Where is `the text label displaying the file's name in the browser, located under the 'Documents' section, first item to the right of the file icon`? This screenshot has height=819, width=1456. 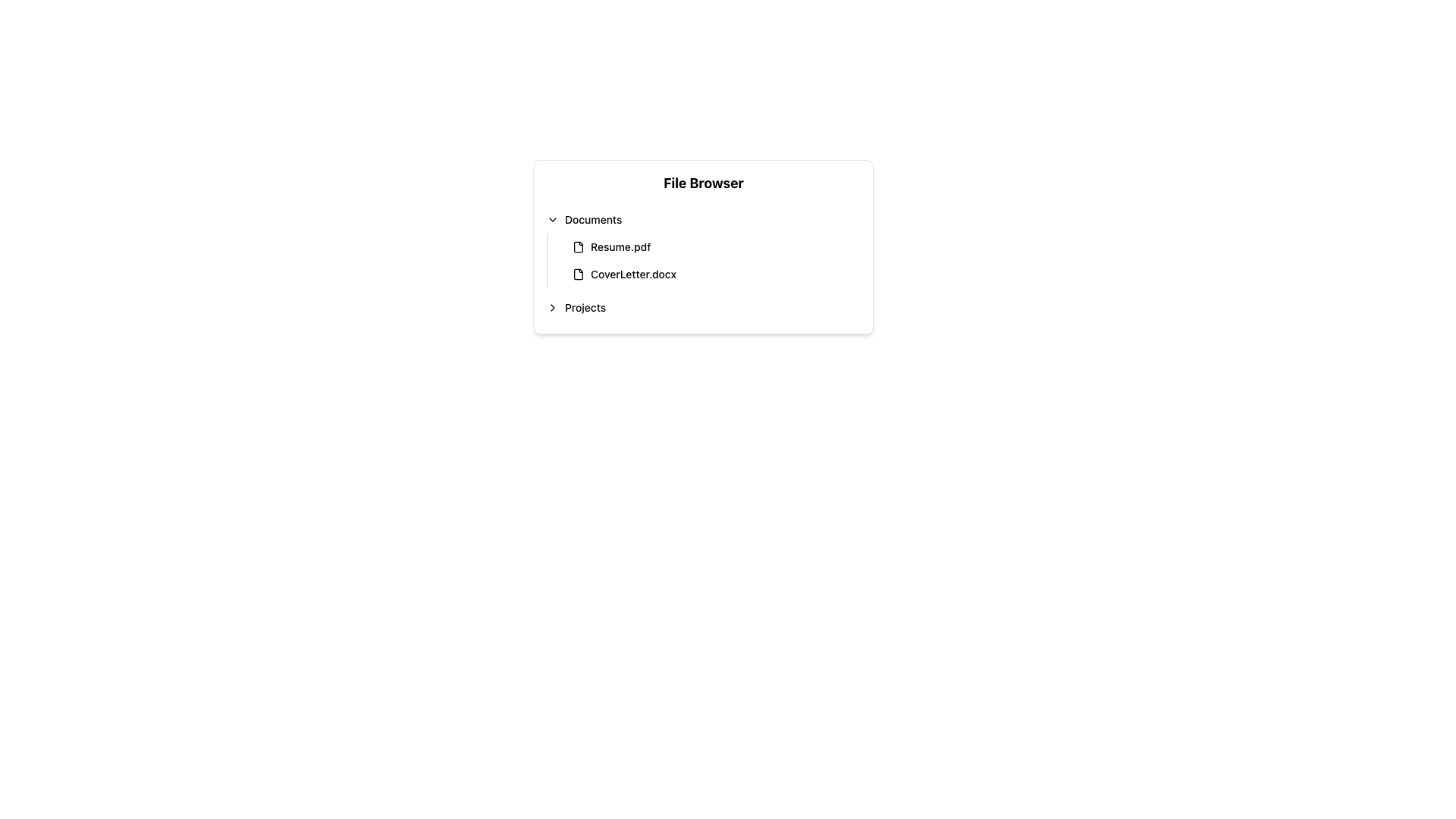
the text label displaying the file's name in the browser, located under the 'Documents' section, first item to the right of the file icon is located at coordinates (620, 246).